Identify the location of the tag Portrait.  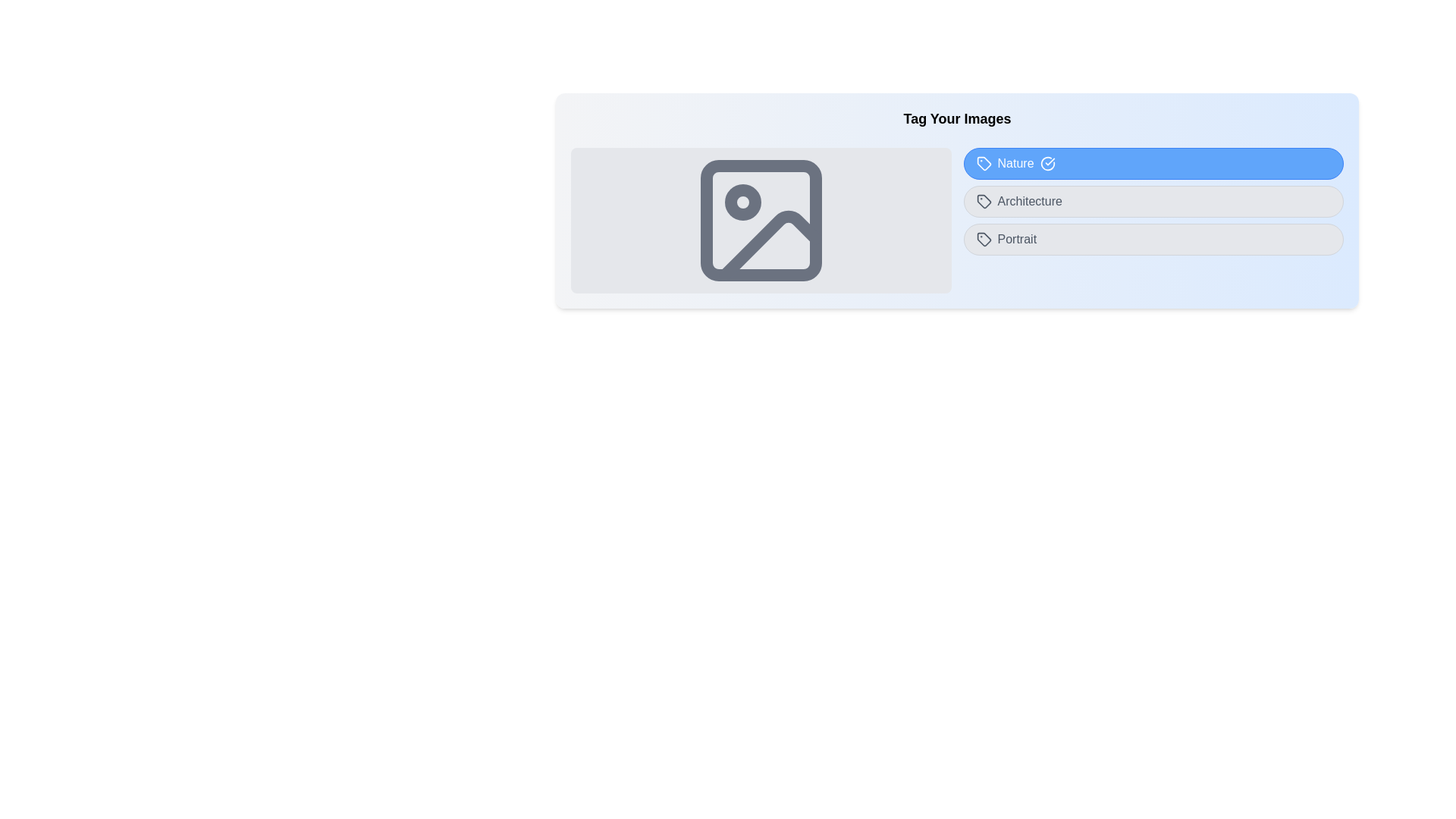
(1153, 239).